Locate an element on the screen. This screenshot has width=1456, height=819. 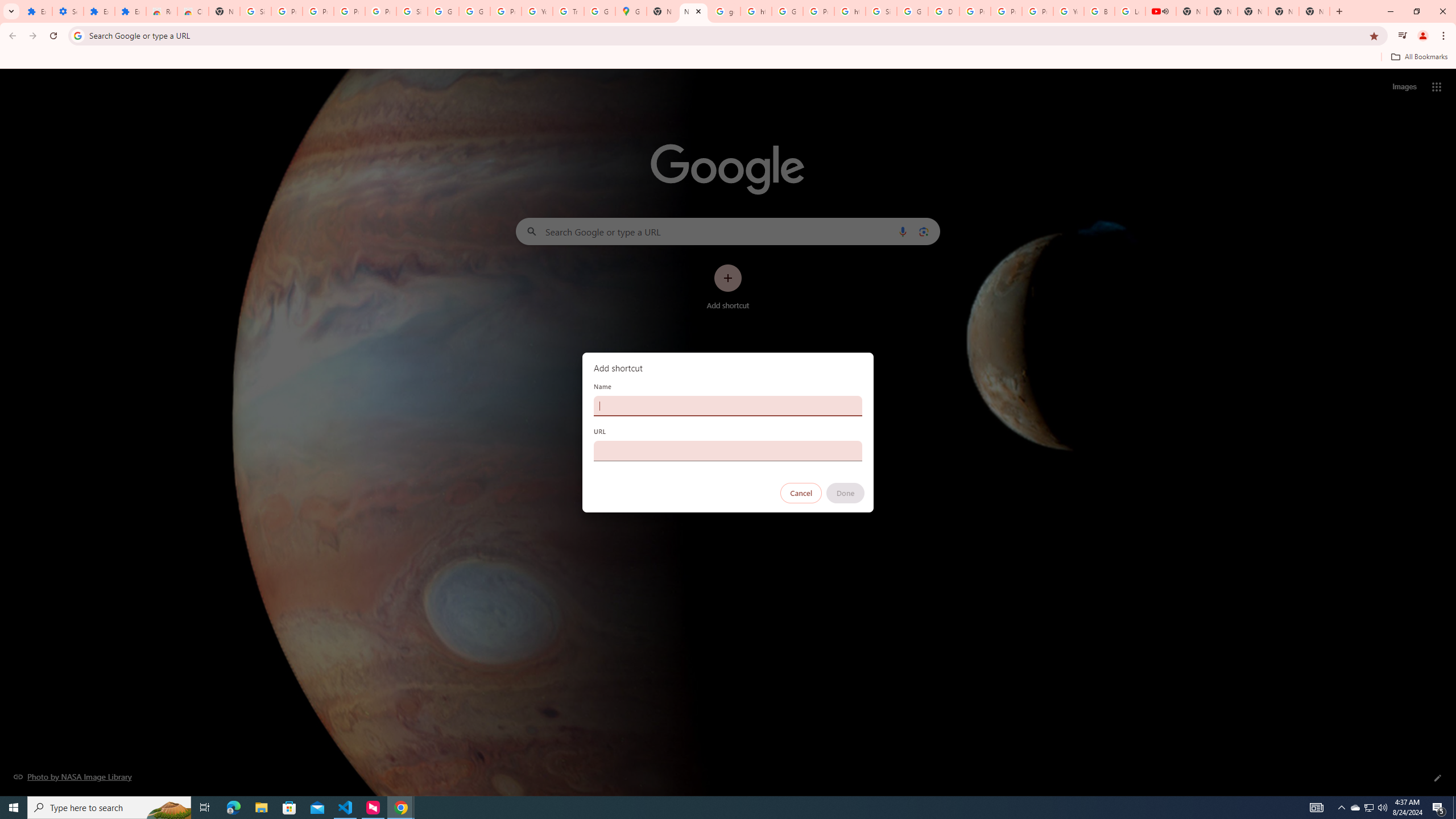
'https://scholar.google.com/' is located at coordinates (850, 11).